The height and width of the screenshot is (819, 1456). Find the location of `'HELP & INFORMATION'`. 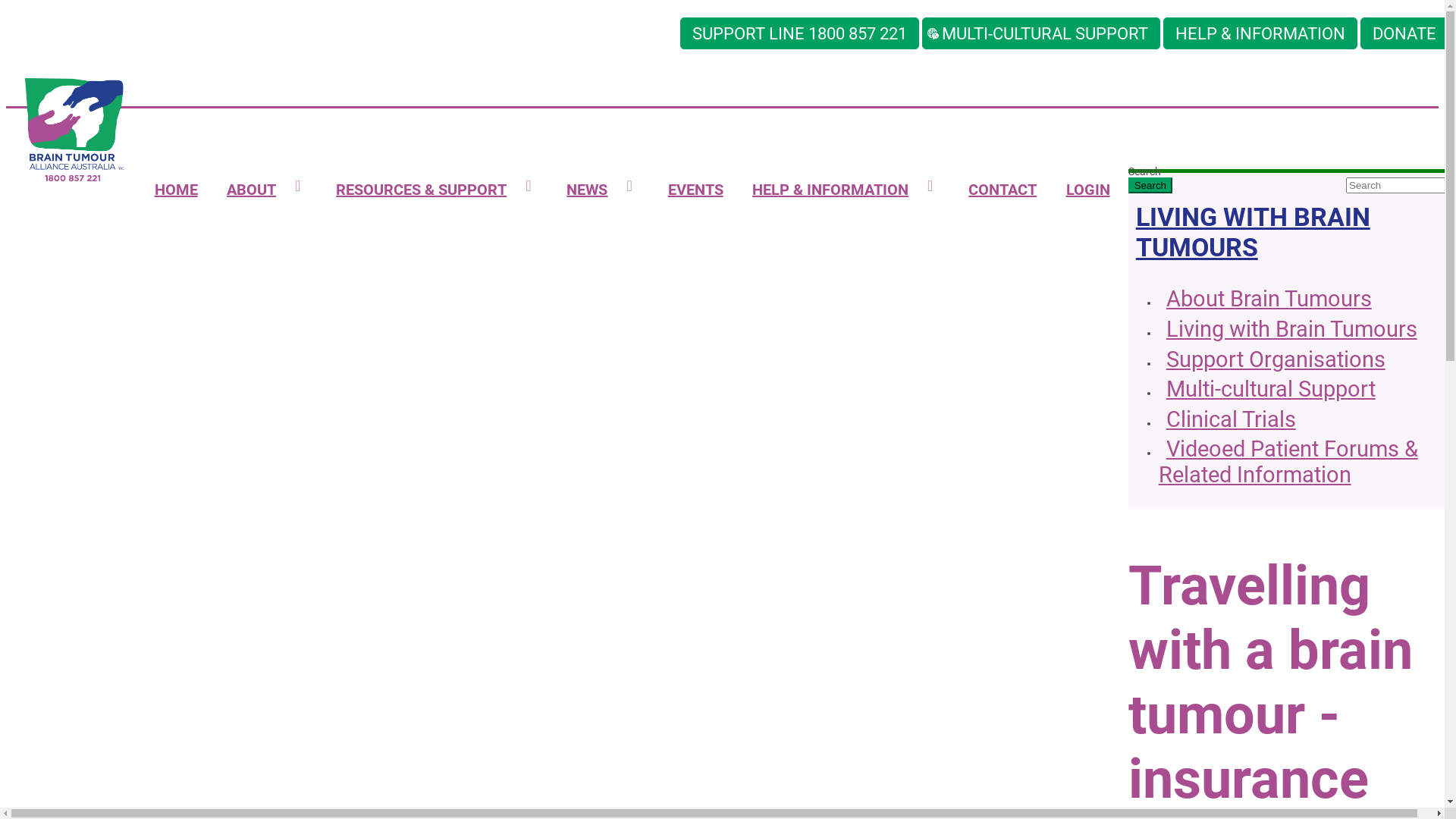

'HELP & INFORMATION' is located at coordinates (1163, 33).